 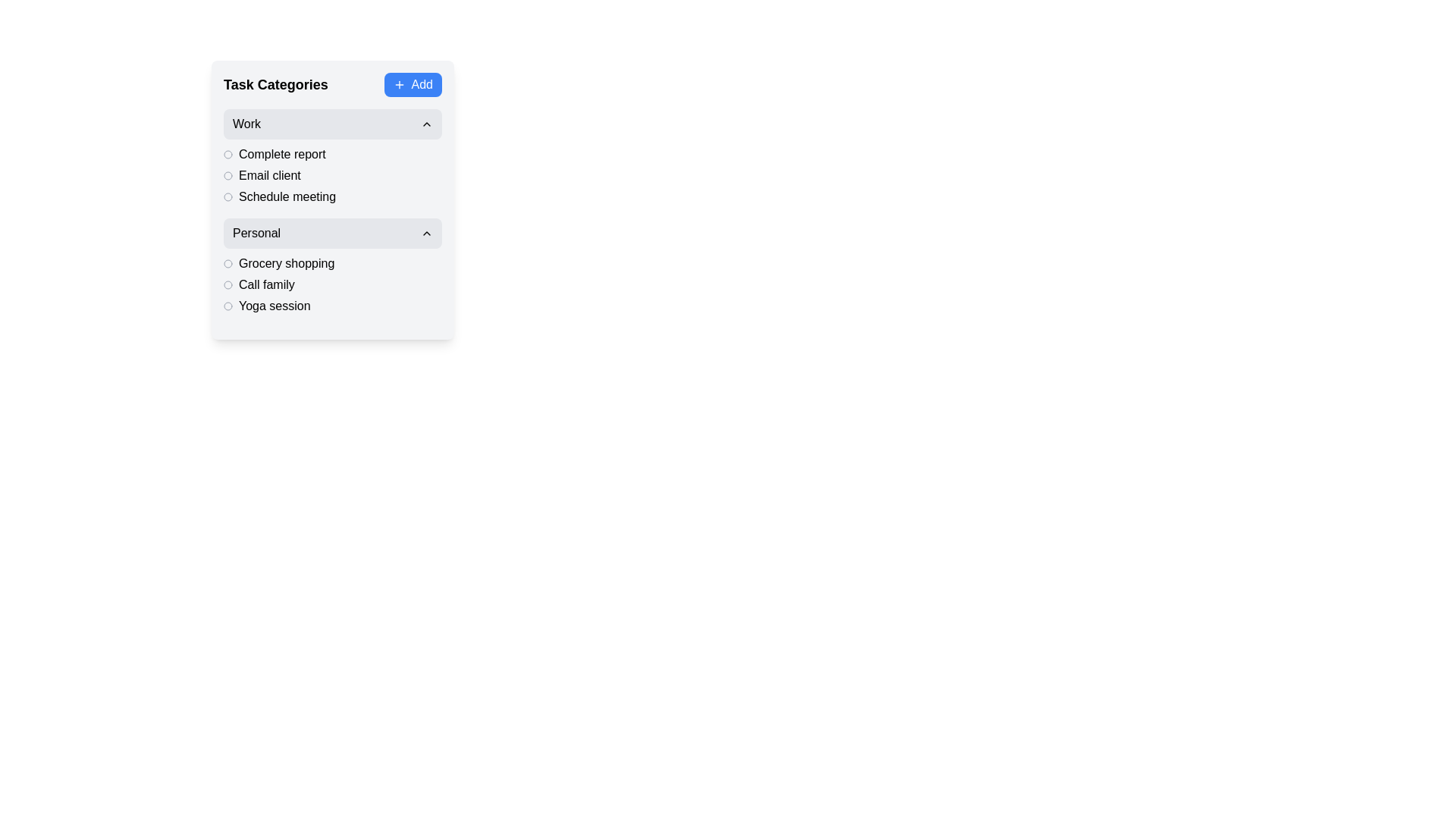 I want to click on the first radio button, so click(x=227, y=284).